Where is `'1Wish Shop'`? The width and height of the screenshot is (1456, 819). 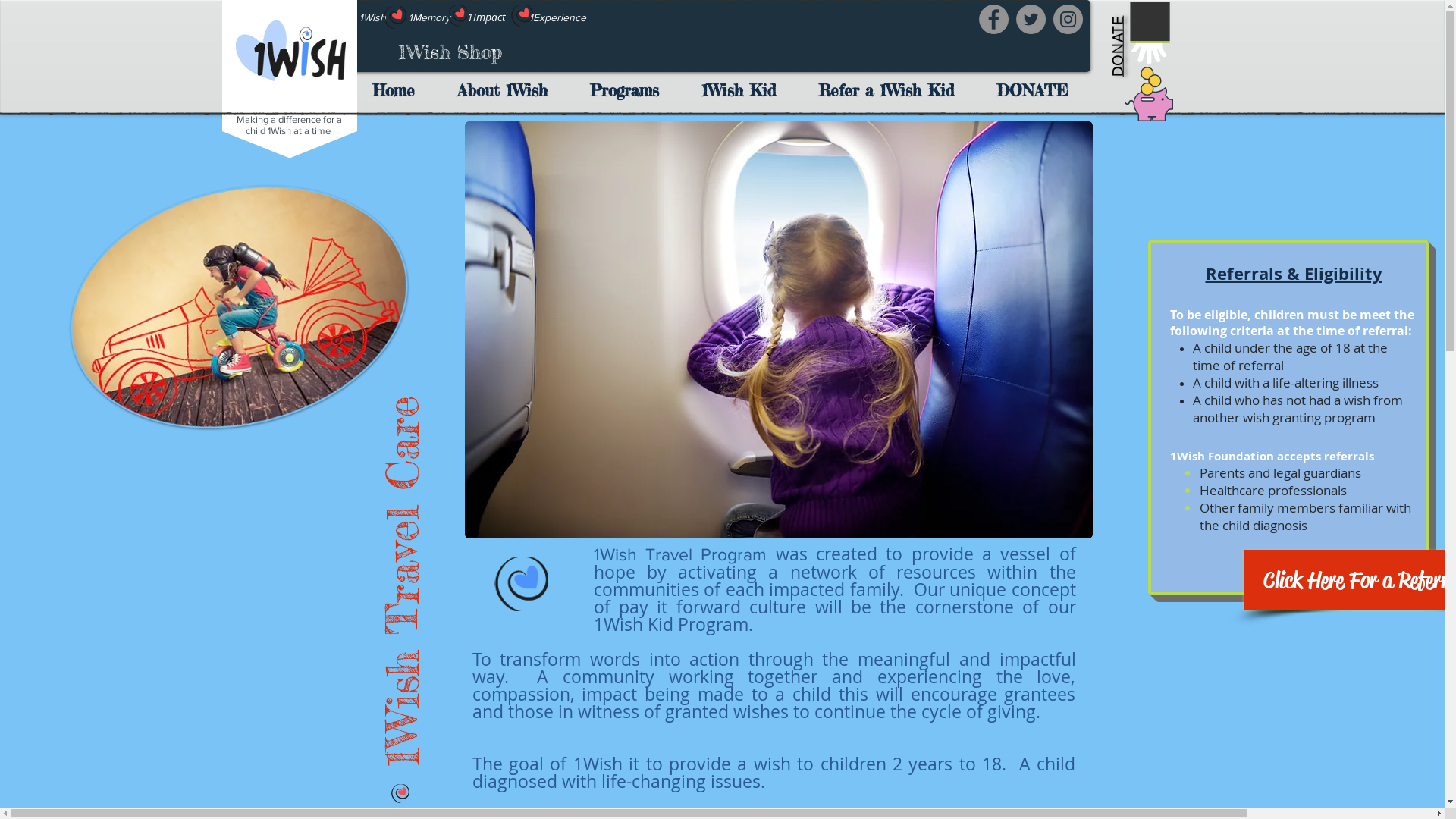 '1Wish Shop' is located at coordinates (396, 52).